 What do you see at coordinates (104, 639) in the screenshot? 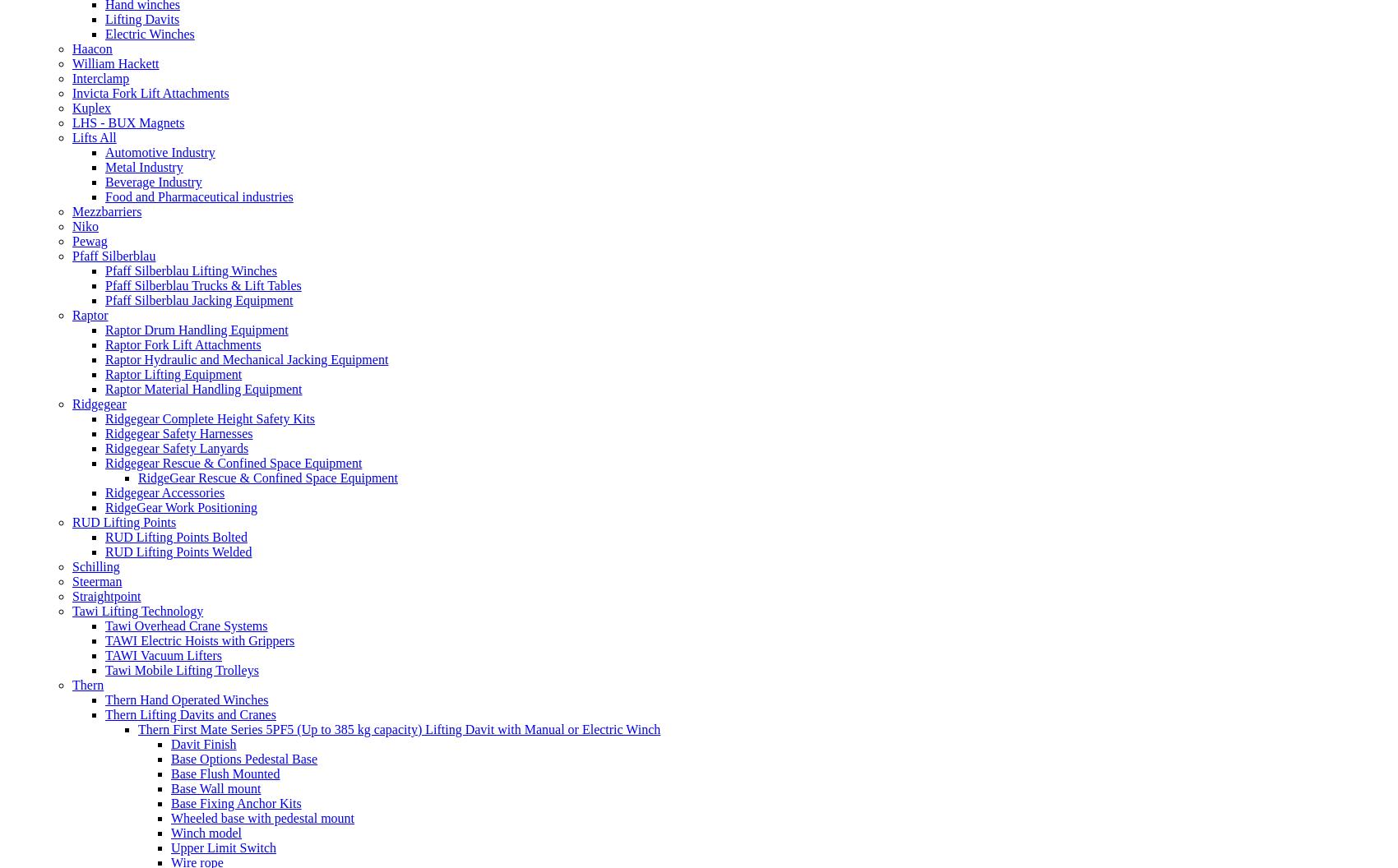
I see `'TAWI Electric Hoists with Grippers'` at bounding box center [104, 639].